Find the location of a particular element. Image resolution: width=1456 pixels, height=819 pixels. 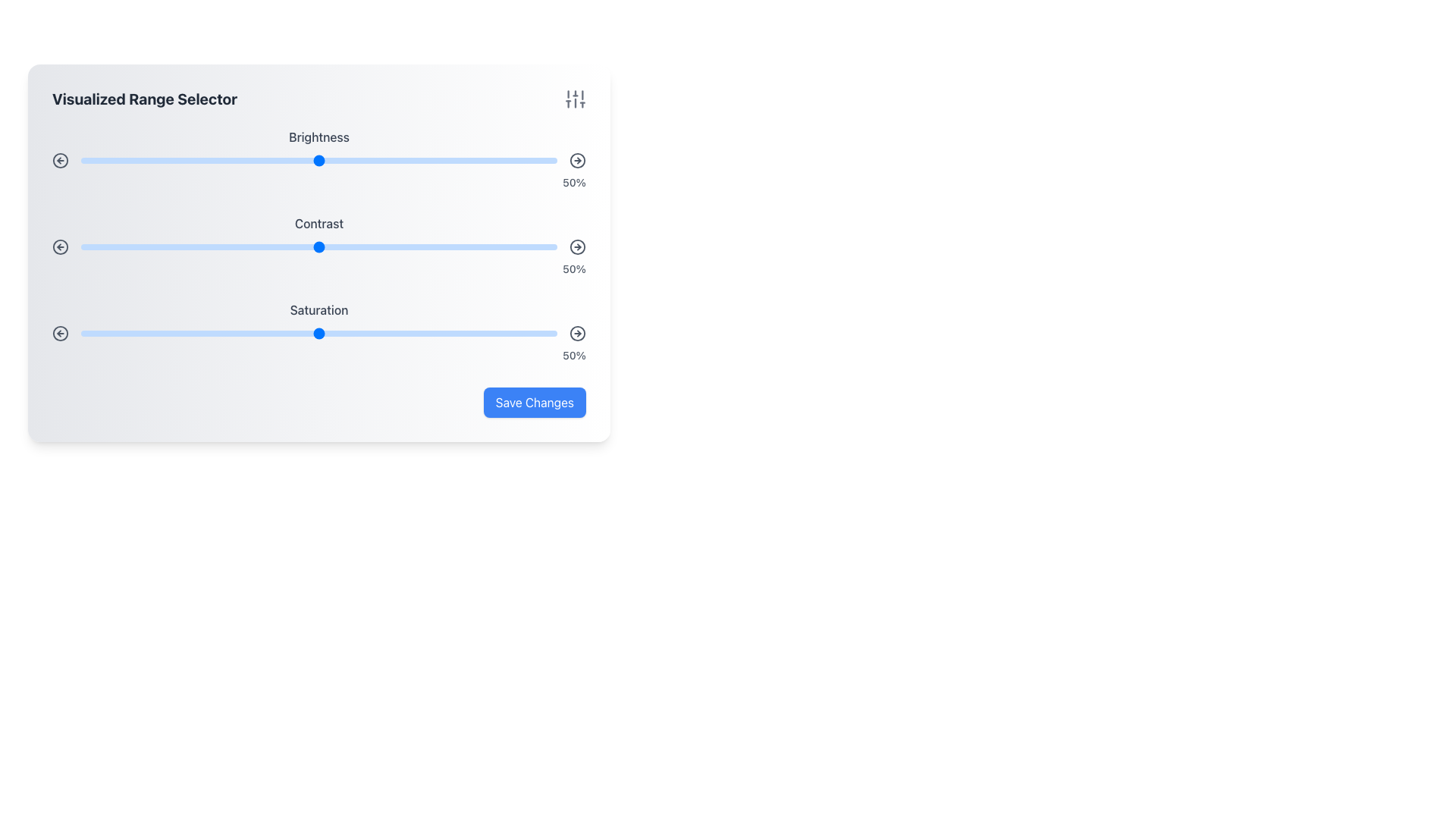

contrast is located at coordinates (185, 246).